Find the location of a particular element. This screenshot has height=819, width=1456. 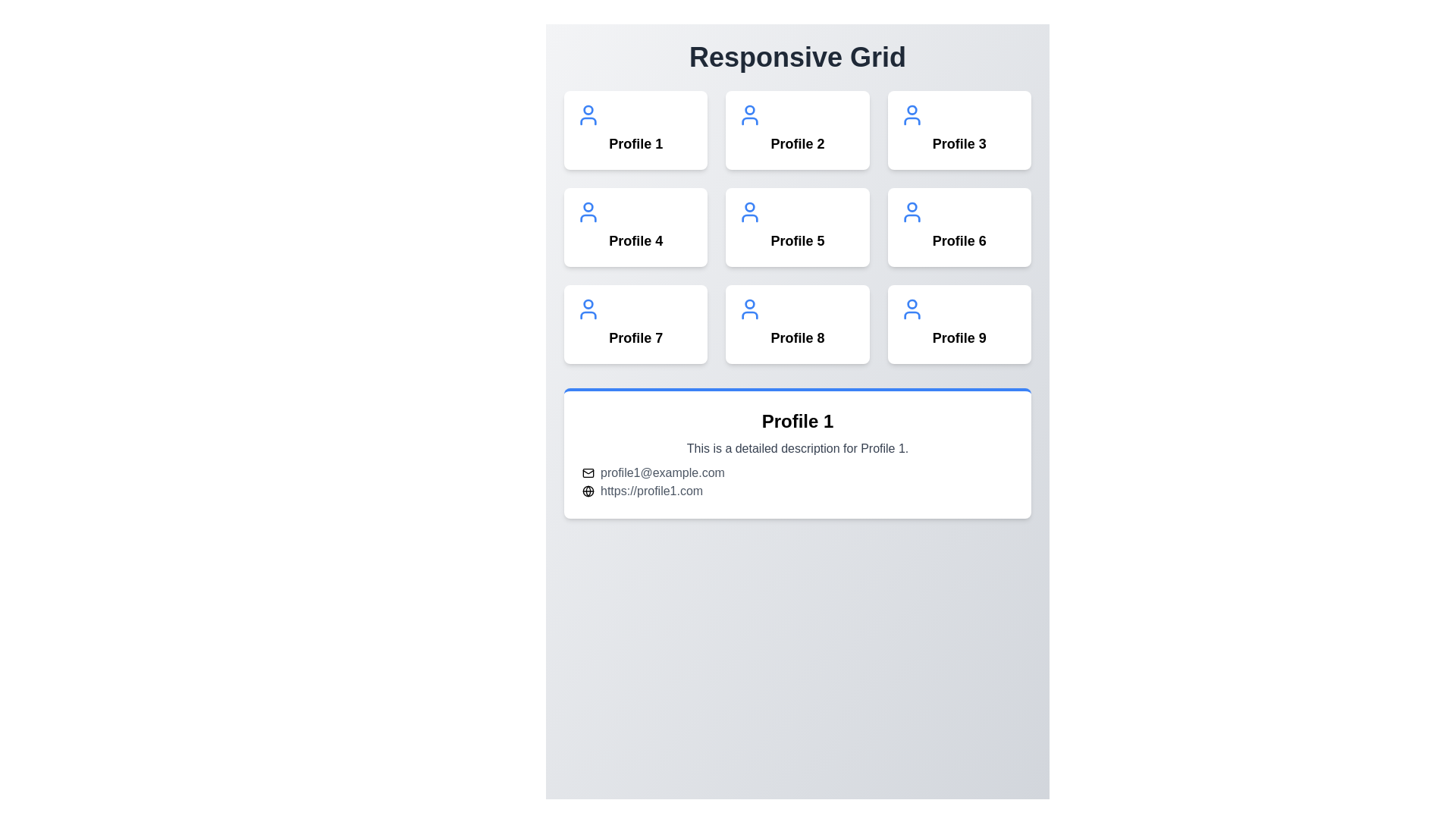

the Text Label that serves as the title for the card 'Profile 1', located at the top of the card section is located at coordinates (796, 421).